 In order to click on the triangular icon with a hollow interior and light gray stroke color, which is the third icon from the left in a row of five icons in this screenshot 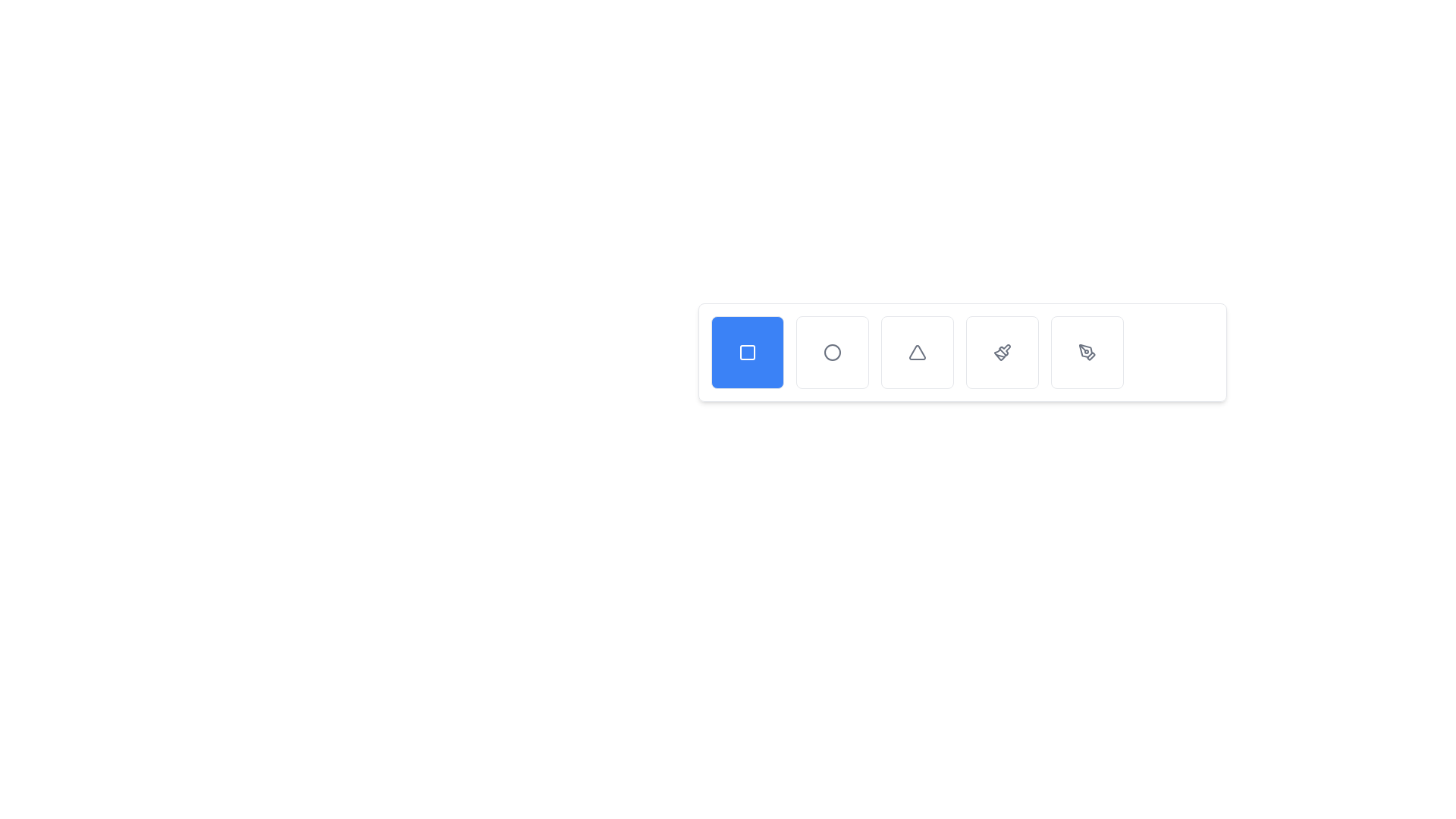, I will do `click(916, 353)`.